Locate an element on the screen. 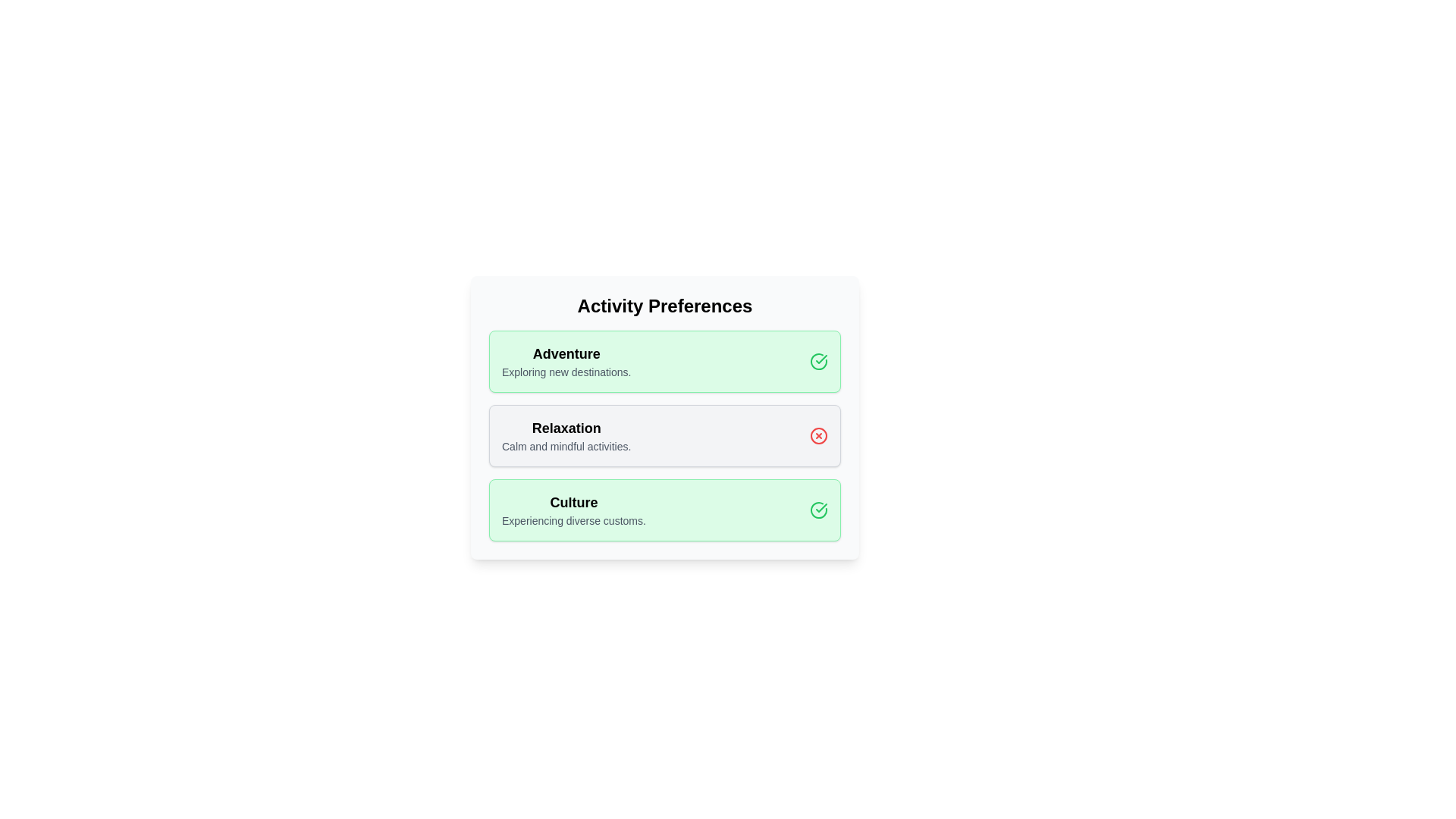  the chip labeled 'Culture' is located at coordinates (665, 510).